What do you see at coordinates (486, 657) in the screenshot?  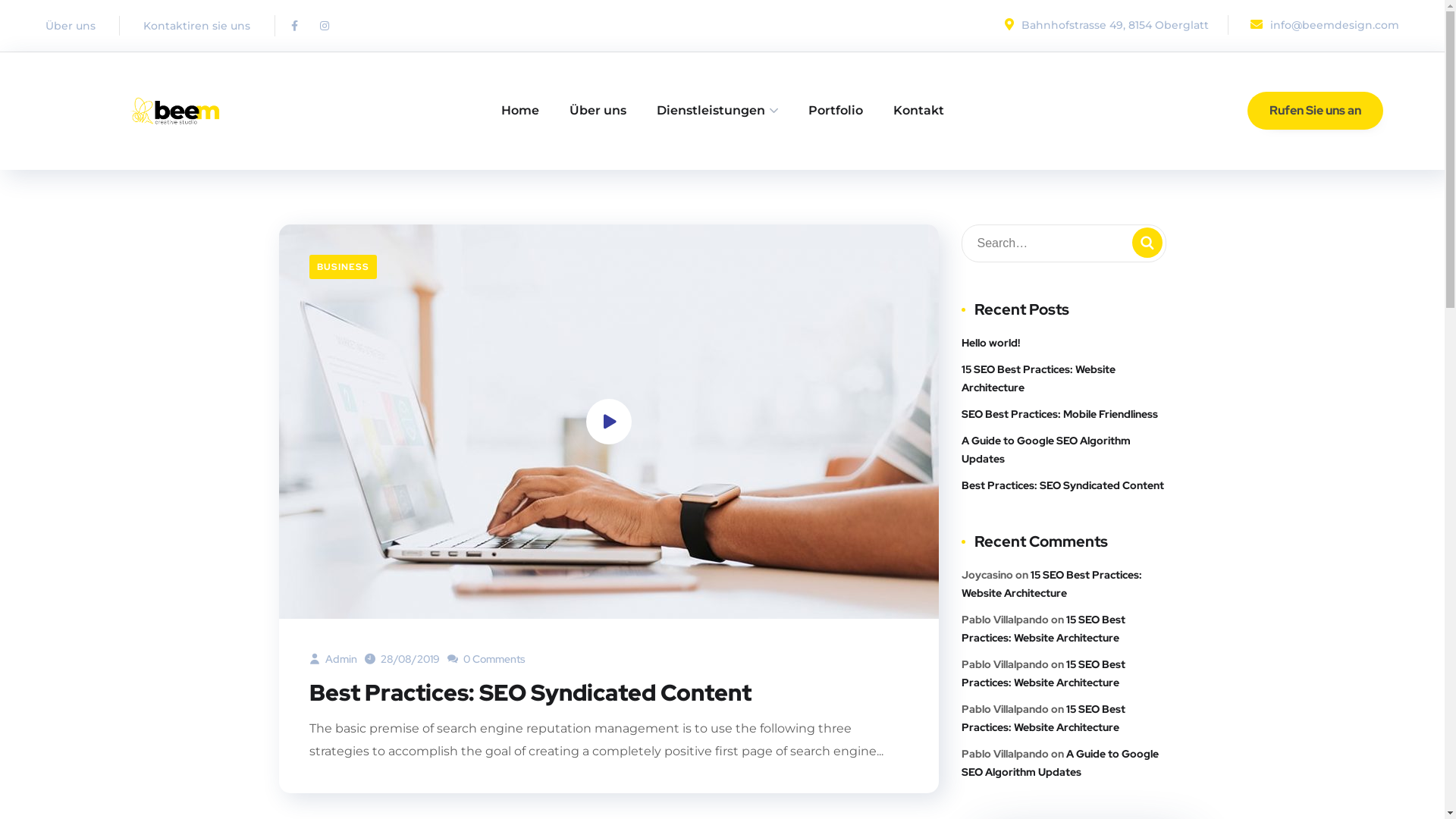 I see `'0 Comments'` at bounding box center [486, 657].